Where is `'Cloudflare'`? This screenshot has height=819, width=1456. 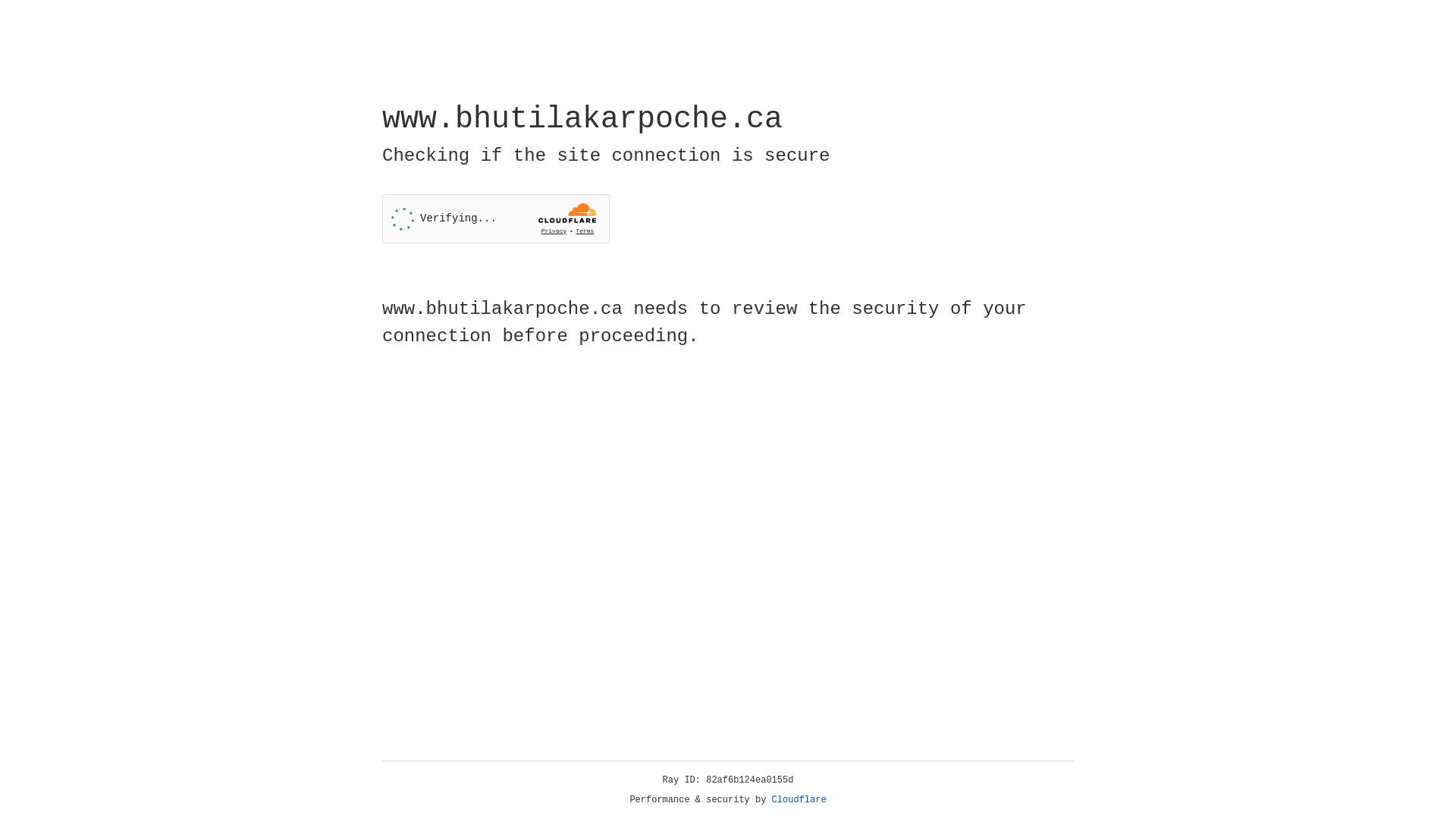 'Cloudflare' is located at coordinates (771, 799).